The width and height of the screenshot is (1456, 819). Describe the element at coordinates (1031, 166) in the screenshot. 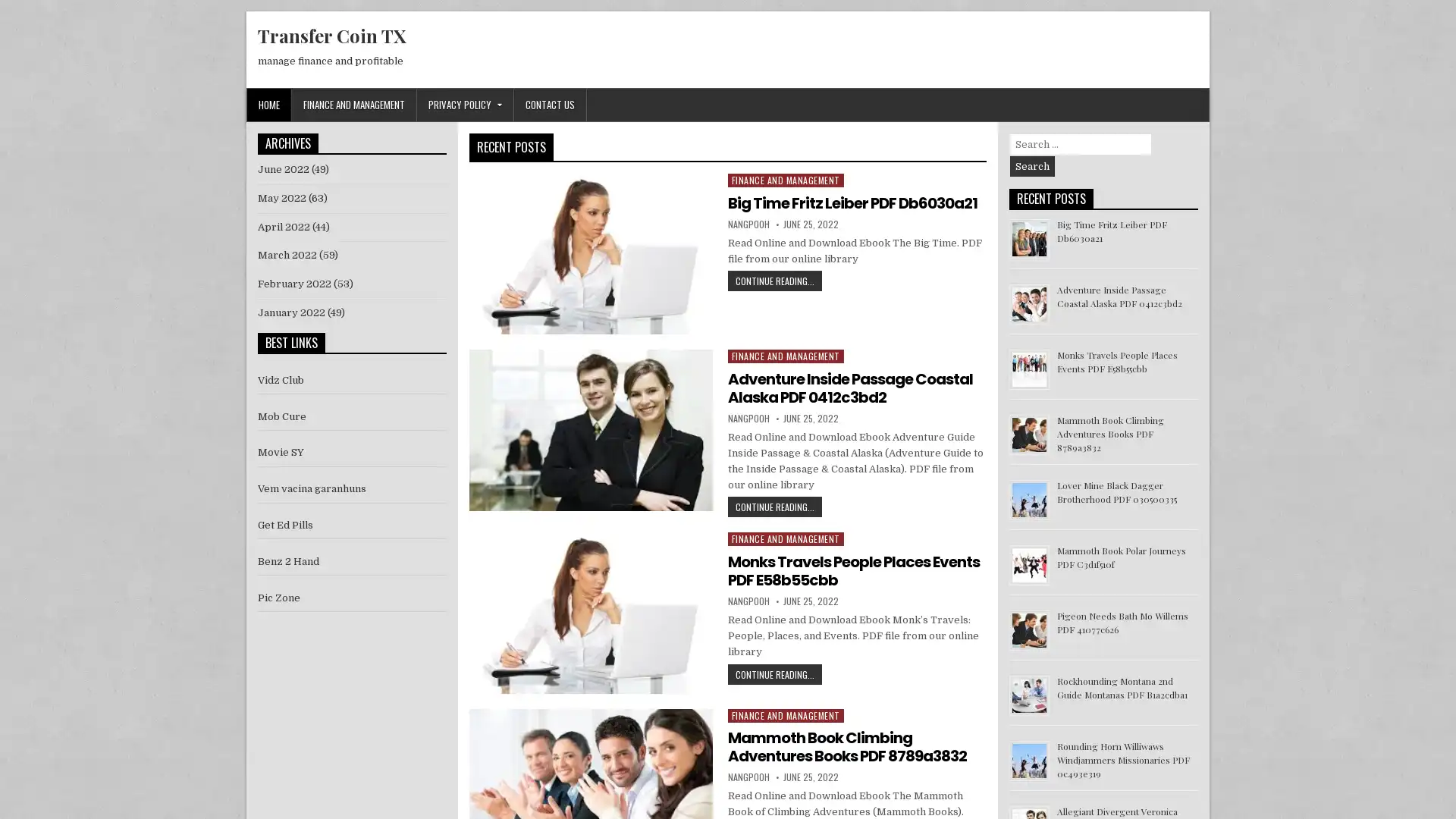

I see `Search` at that location.